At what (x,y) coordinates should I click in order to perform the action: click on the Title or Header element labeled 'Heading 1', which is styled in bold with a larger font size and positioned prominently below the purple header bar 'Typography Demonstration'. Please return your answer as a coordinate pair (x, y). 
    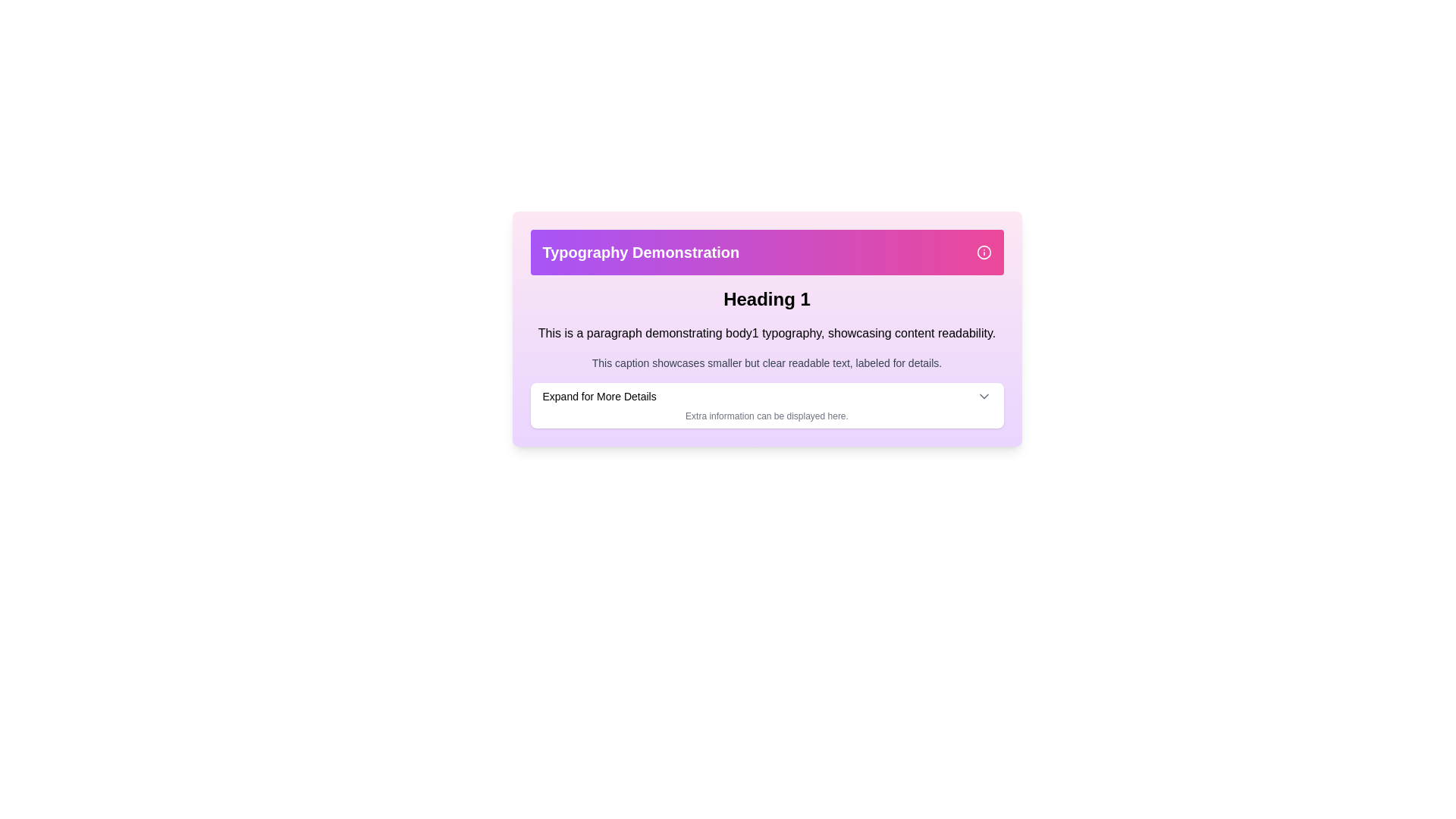
    Looking at the image, I should click on (767, 299).